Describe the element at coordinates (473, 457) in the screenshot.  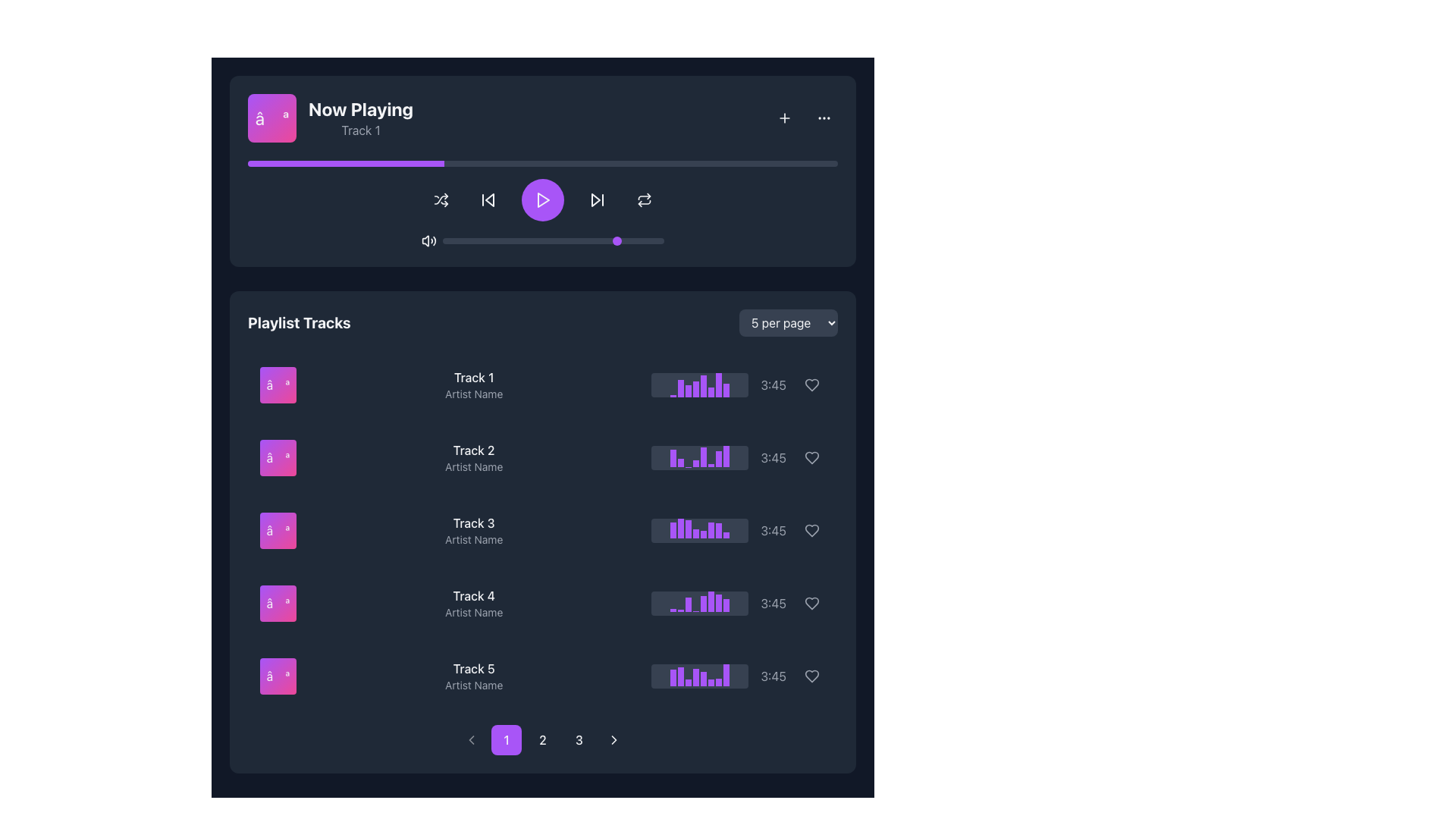
I see `the Text Display element that shows the title 'Track 2' and the artist name below it, which is the second entry in the playlist section` at that location.